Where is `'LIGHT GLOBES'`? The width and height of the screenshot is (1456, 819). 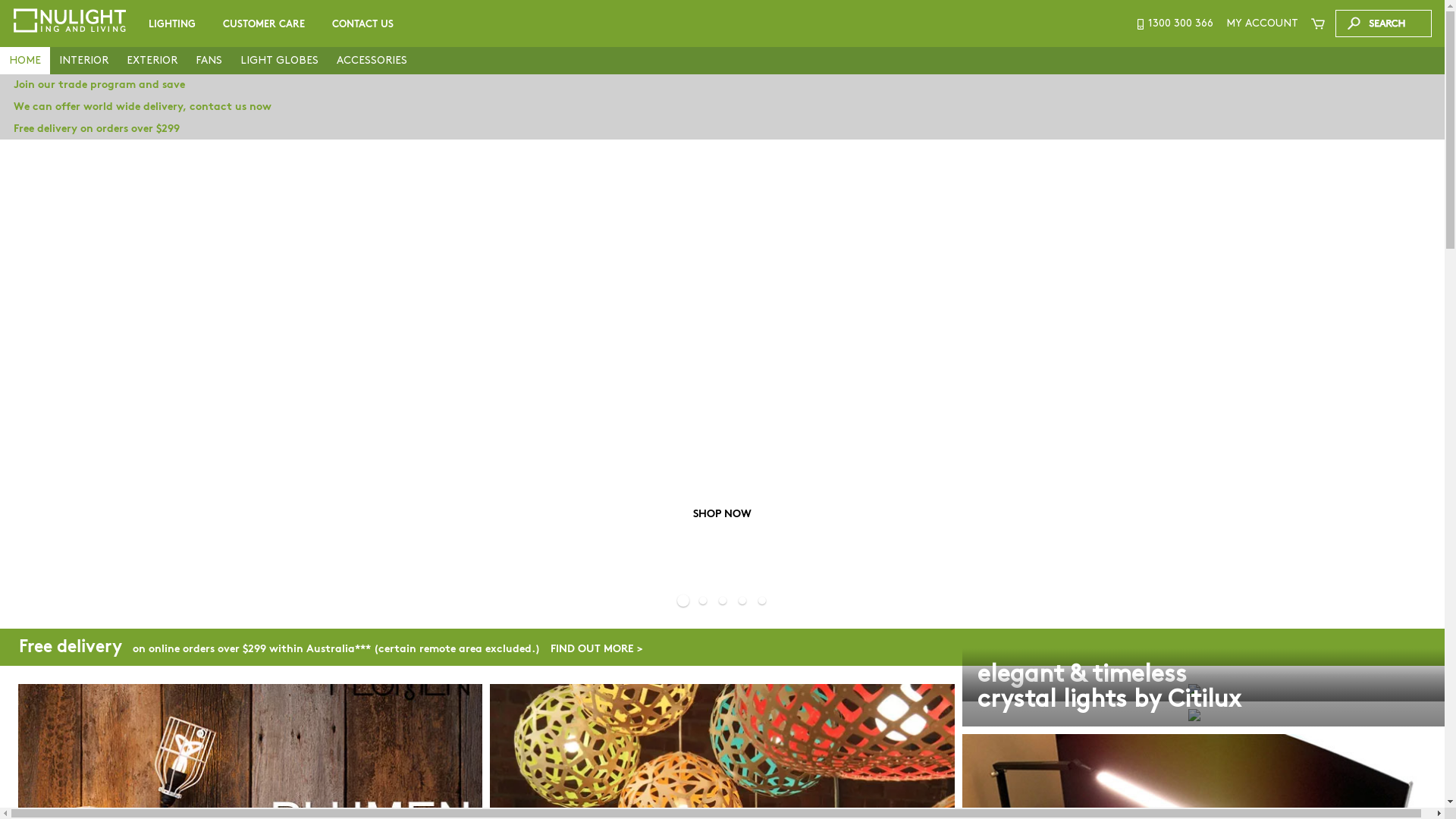 'LIGHT GLOBES' is located at coordinates (279, 60).